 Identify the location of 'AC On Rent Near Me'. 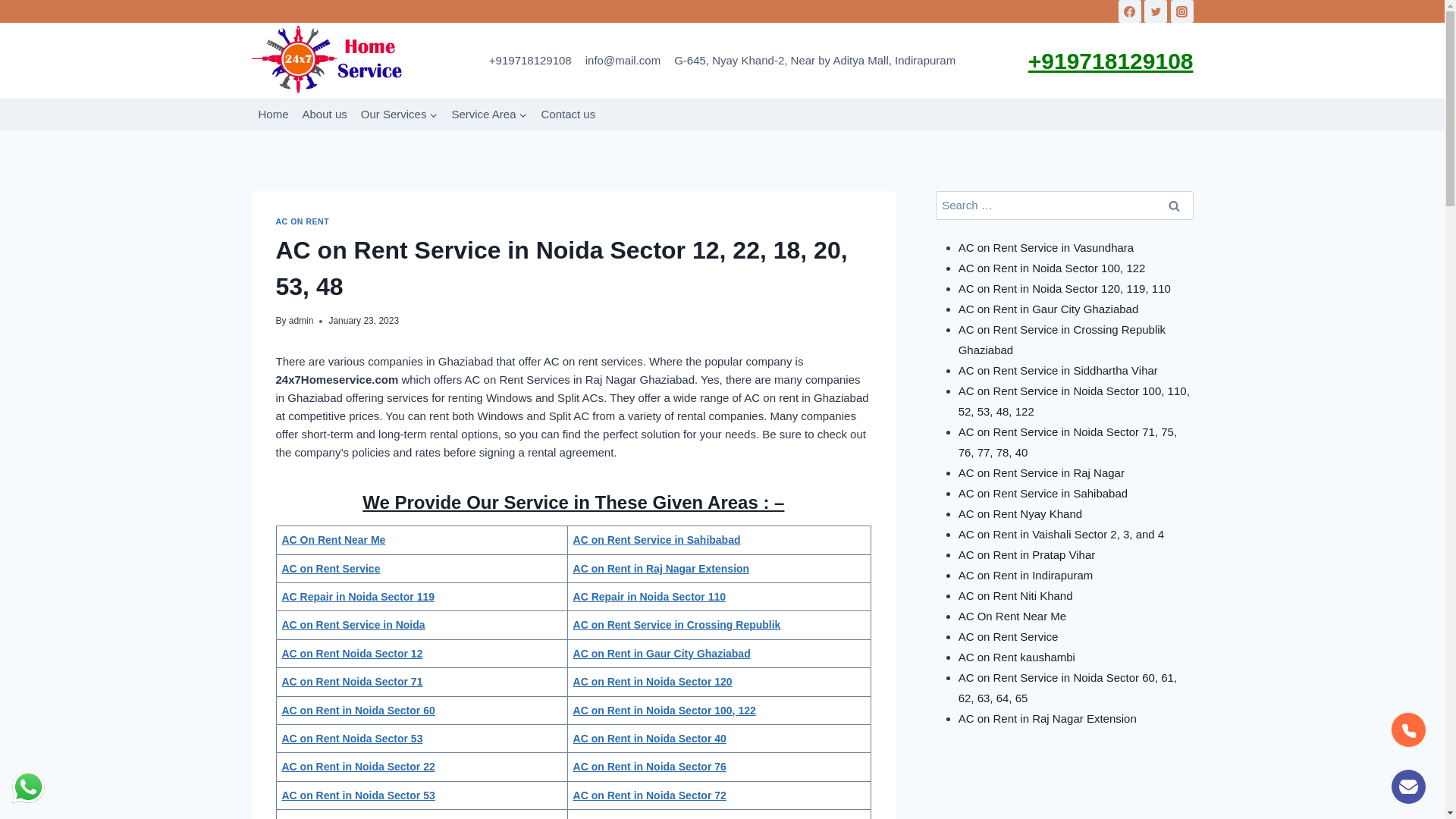
(282, 539).